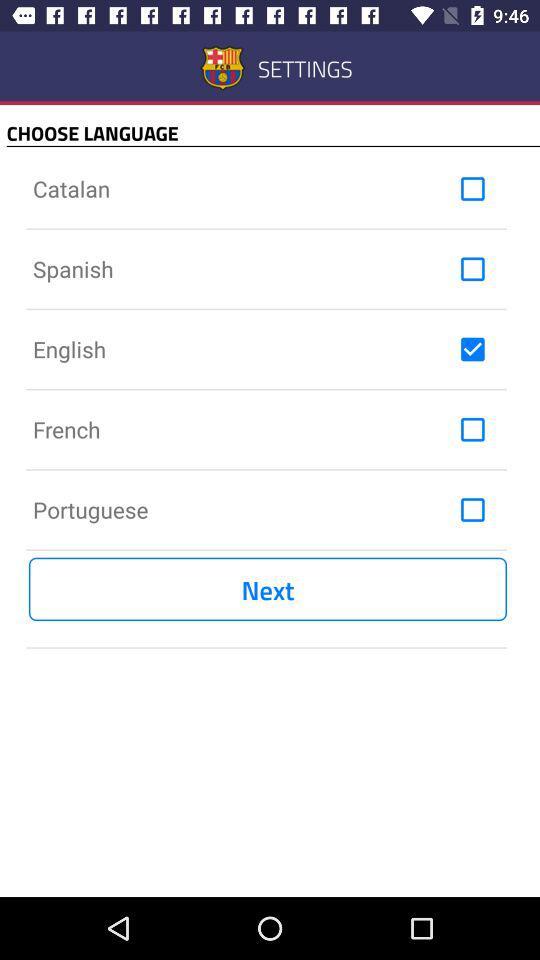  Describe the element at coordinates (472, 189) in the screenshot. I see `option` at that location.